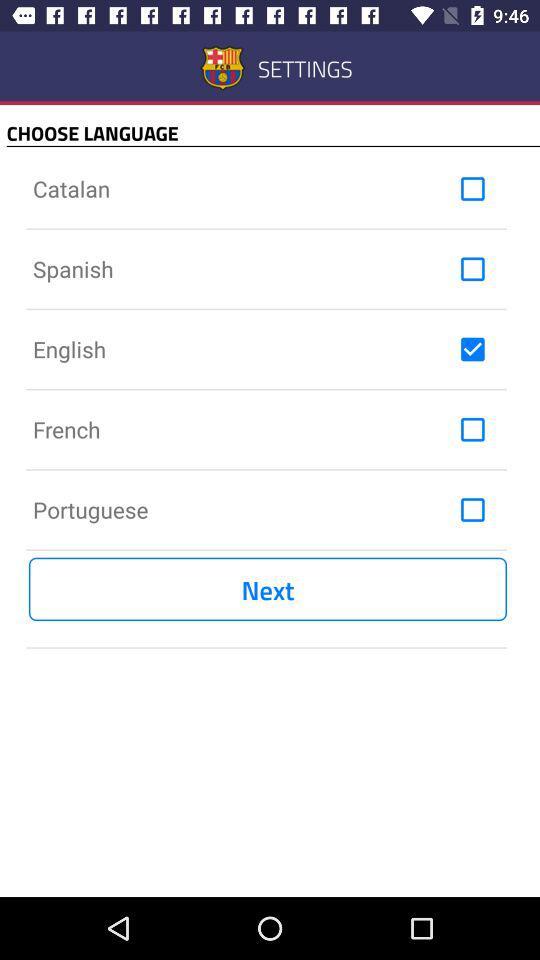  Describe the element at coordinates (472, 189) in the screenshot. I see `option` at that location.